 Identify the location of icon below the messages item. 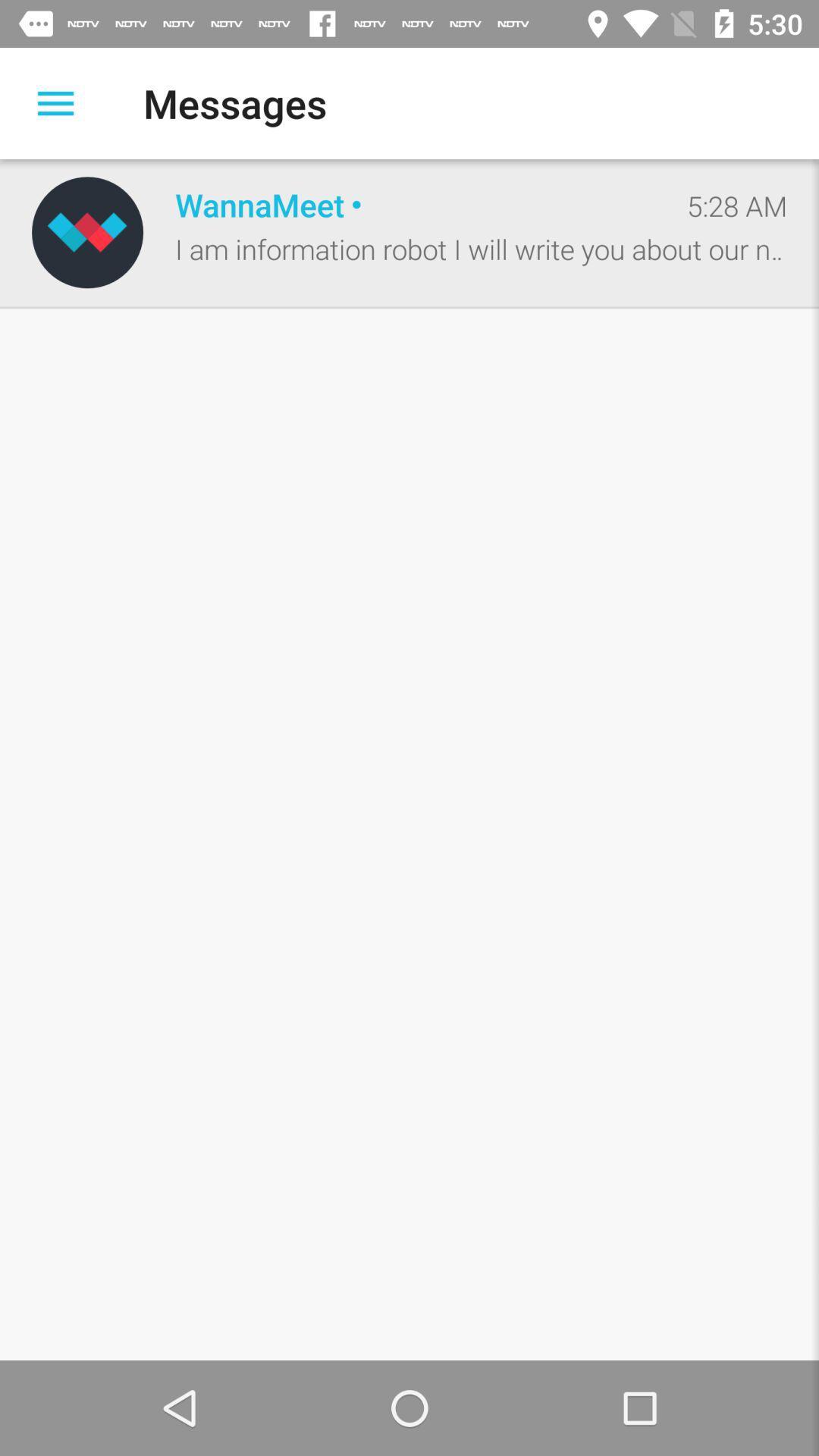
(415, 203).